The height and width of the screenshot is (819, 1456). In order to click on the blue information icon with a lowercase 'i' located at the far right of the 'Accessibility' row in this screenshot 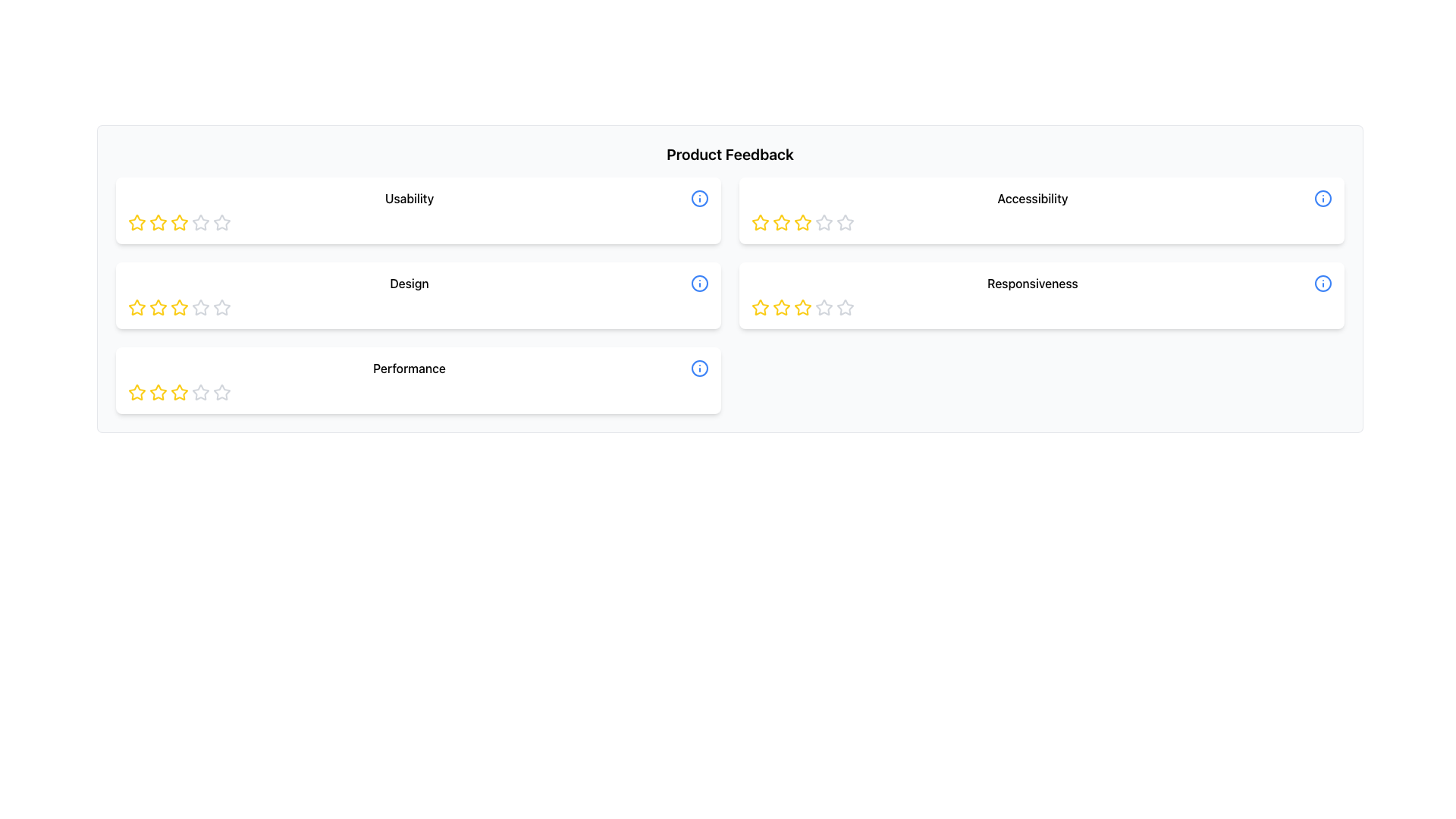, I will do `click(1323, 198)`.